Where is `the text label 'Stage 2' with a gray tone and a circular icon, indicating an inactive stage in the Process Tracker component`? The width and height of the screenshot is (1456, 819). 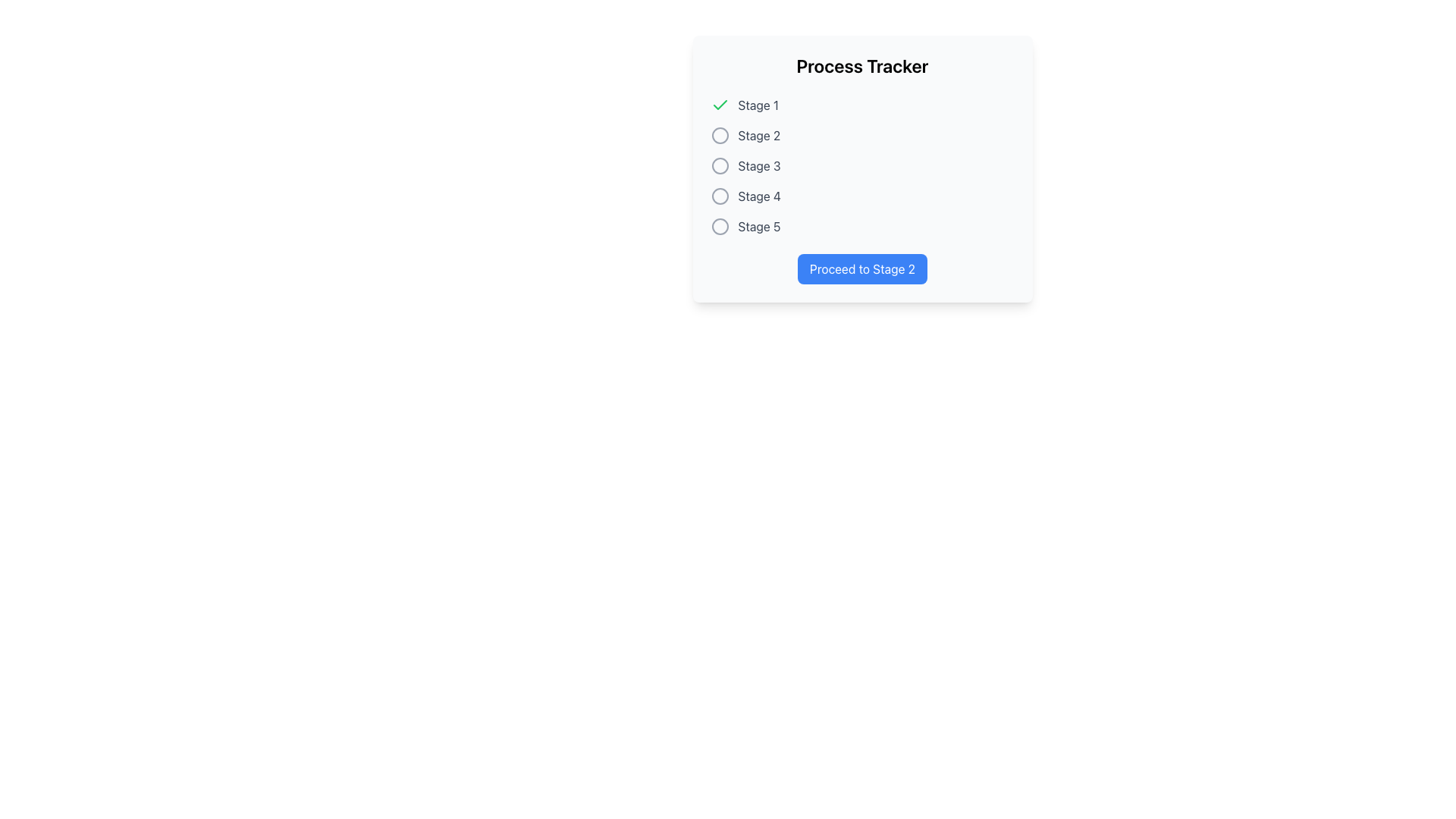 the text label 'Stage 2' with a gray tone and a circular icon, indicating an inactive stage in the Process Tracker component is located at coordinates (745, 134).